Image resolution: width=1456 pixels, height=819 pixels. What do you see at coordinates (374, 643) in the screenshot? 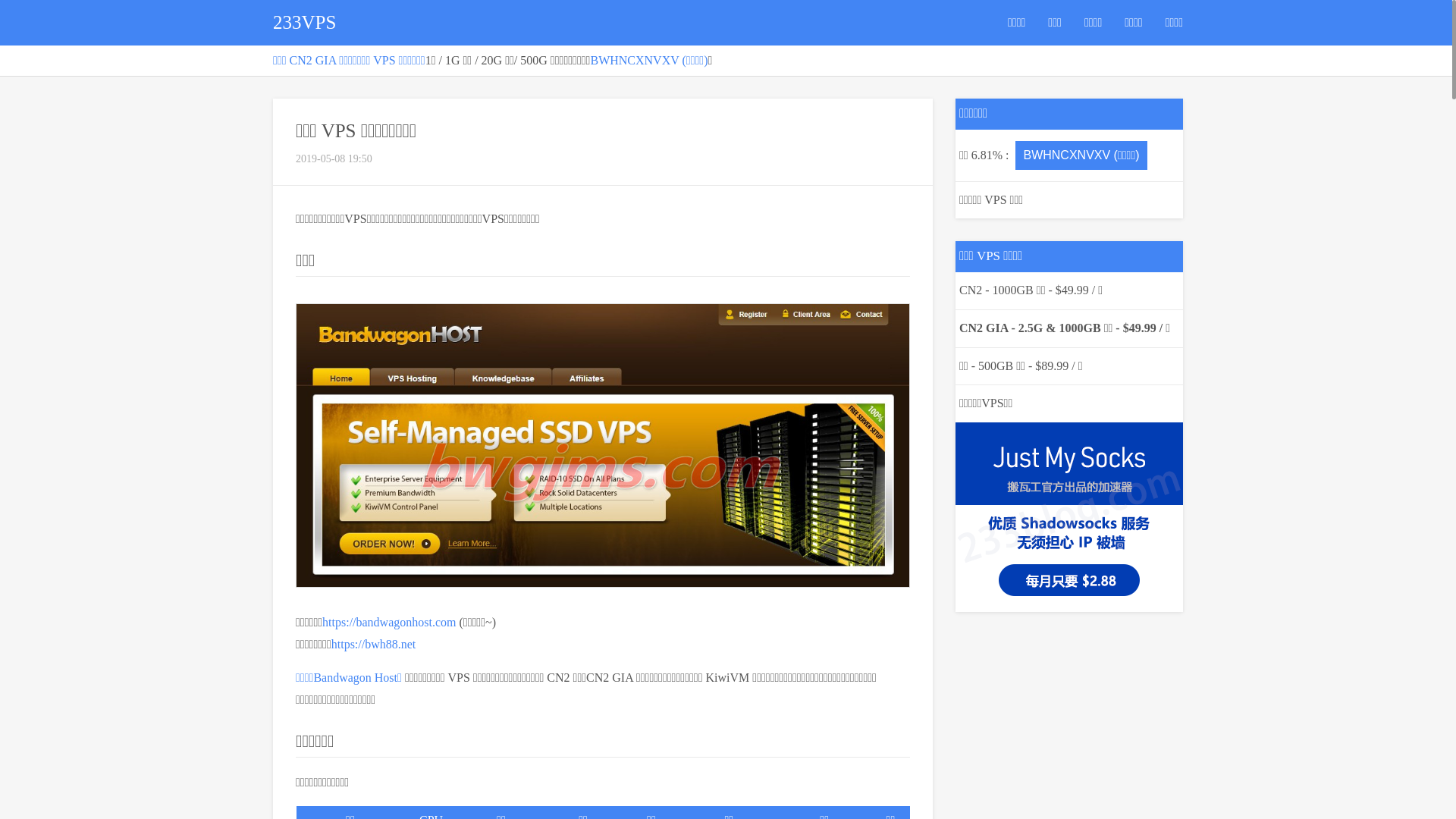
I see `'https://bwh88.net'` at bounding box center [374, 643].